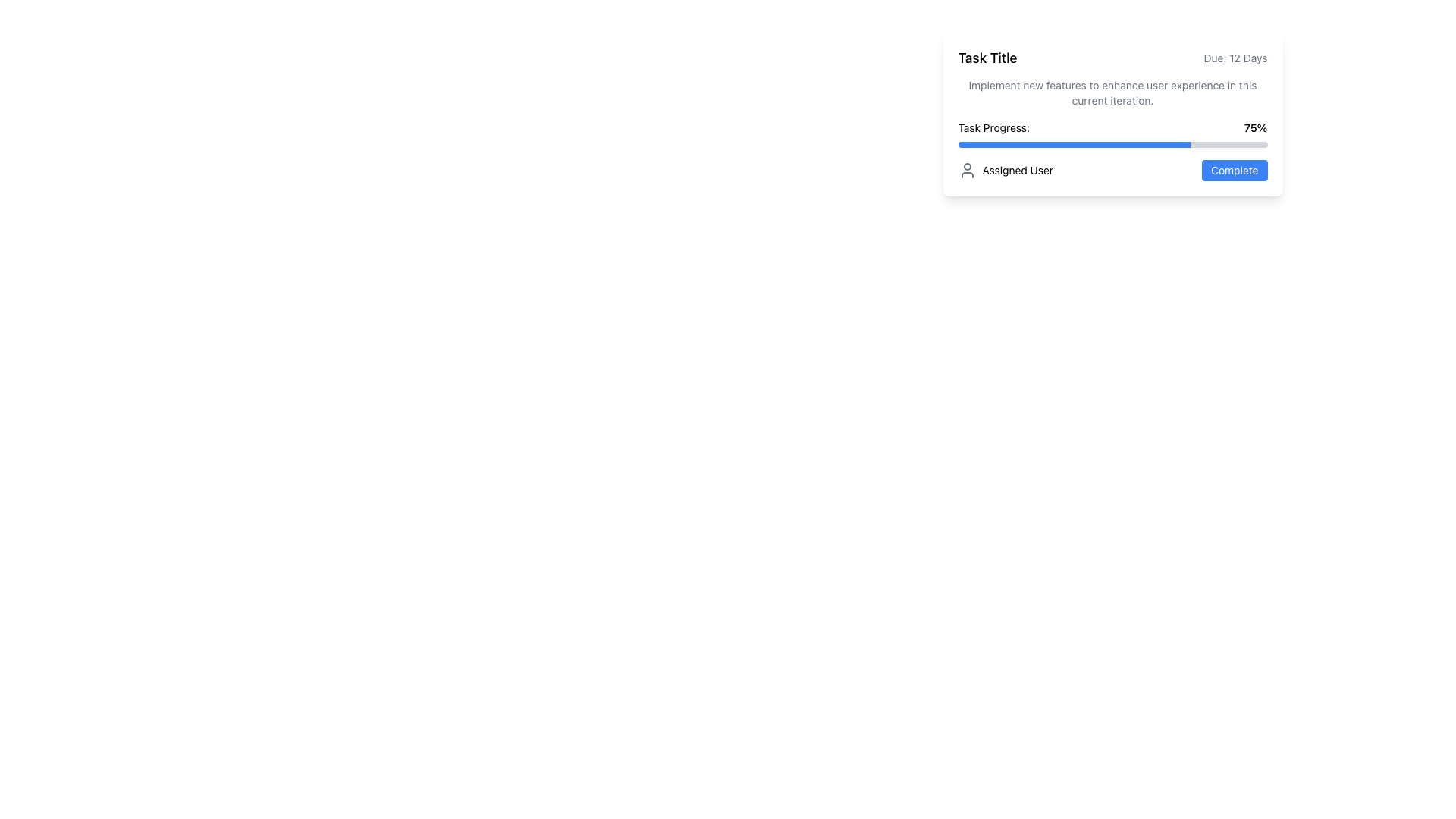 The image size is (1456, 819). Describe the element at coordinates (1006, 170) in the screenshot. I see `the Text Label with Icon located in the lower-left section of the card, which indicates the entity responsible for the task, beside the blue button labeled 'Complete'` at that location.